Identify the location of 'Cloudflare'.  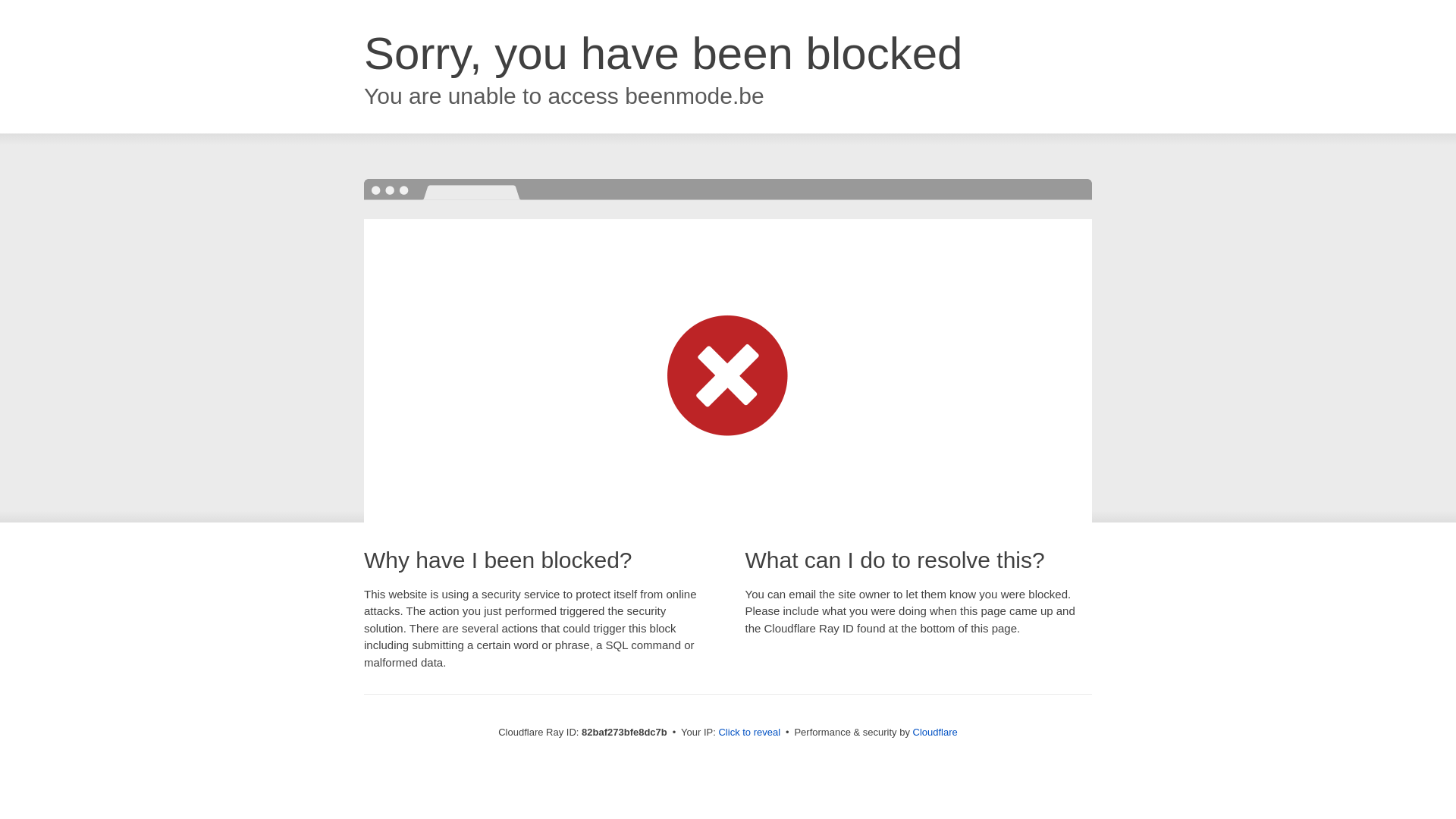
(934, 731).